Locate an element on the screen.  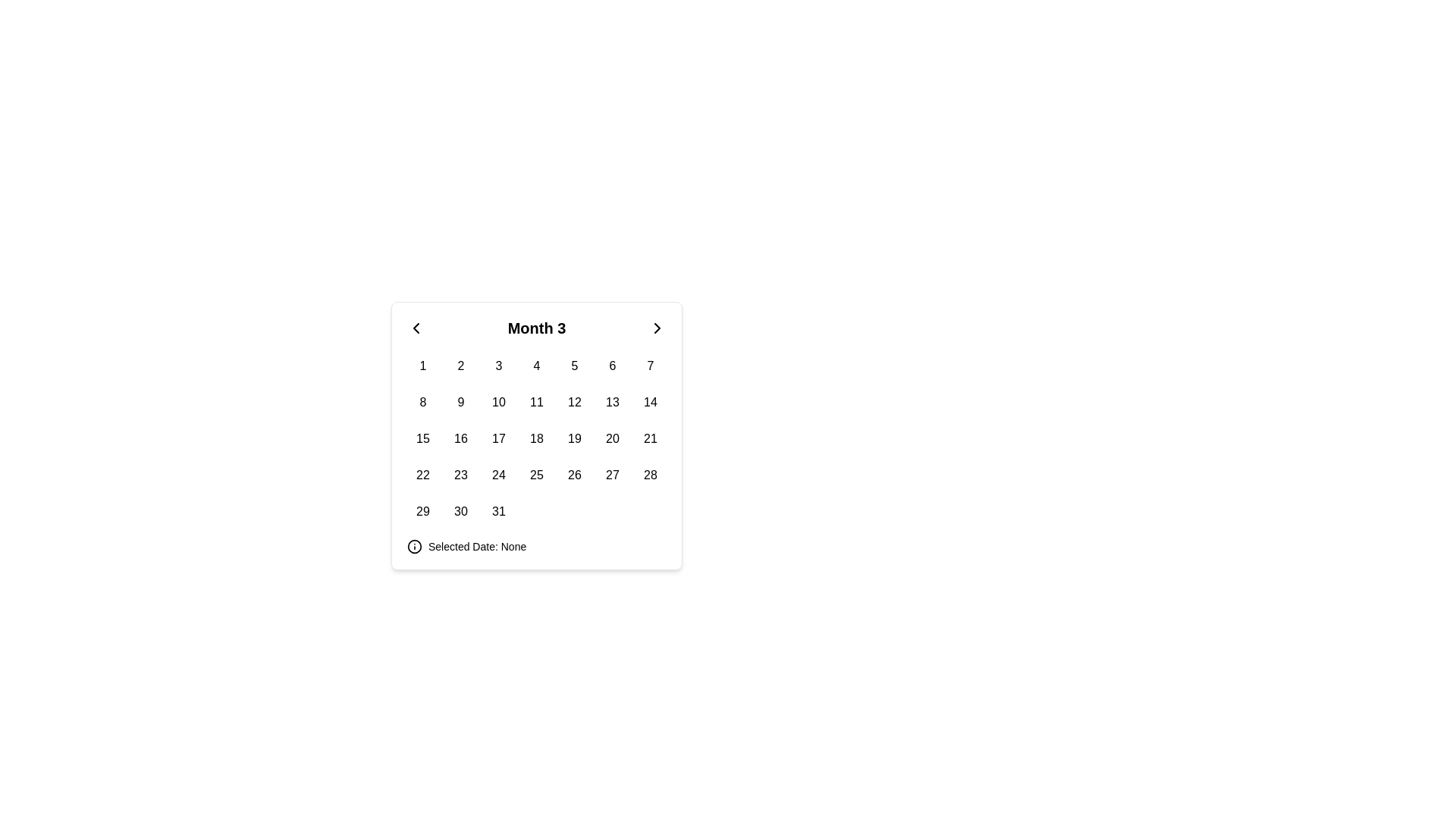
the Text Button representing the 18th day of the month in the calendar is located at coordinates (537, 438).